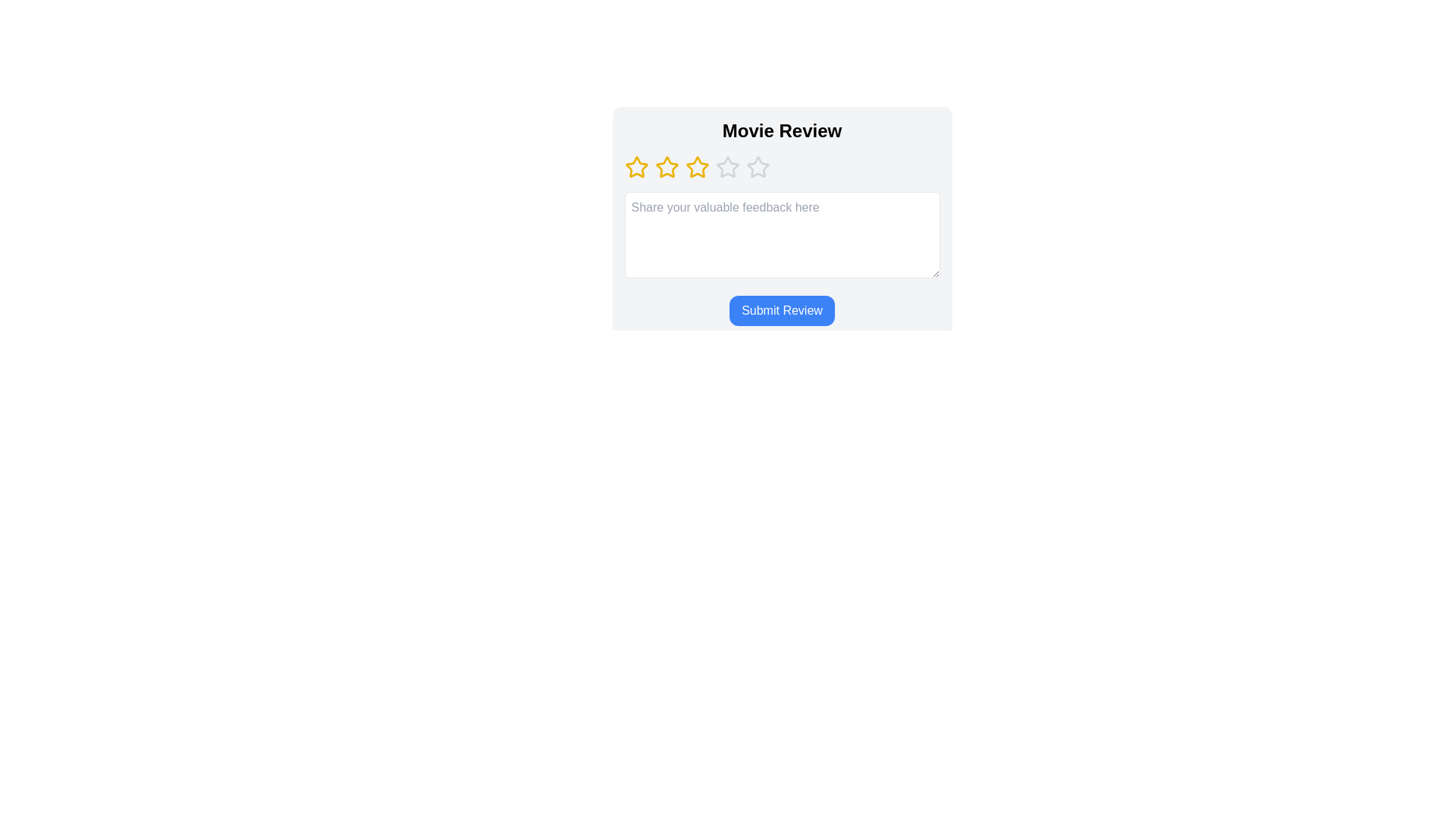 The width and height of the screenshot is (1456, 819). Describe the element at coordinates (782, 309) in the screenshot. I see `the 'Submit Review' button to submit the review` at that location.